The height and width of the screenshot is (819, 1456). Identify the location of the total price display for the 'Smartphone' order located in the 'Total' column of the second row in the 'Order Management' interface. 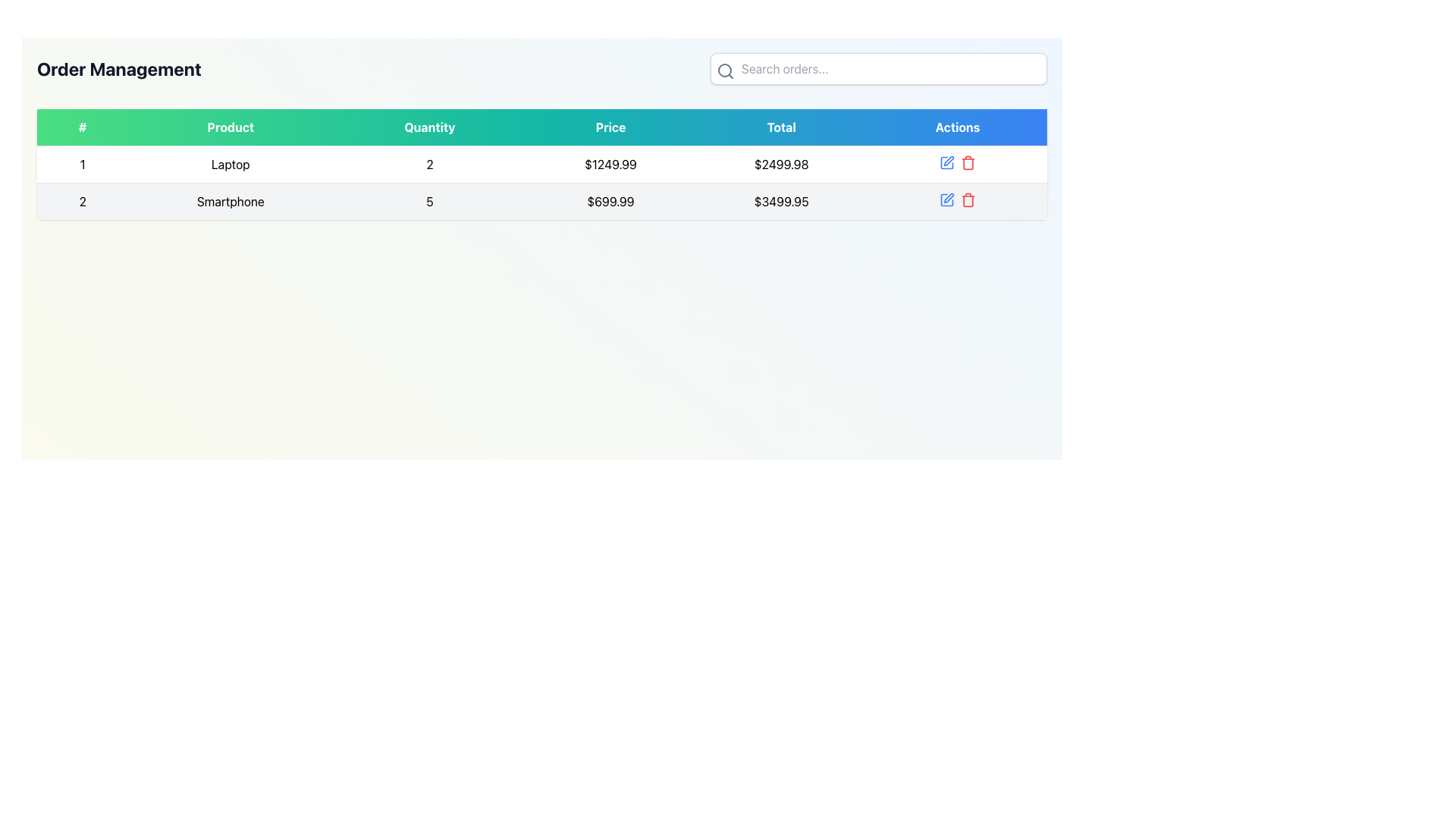
(781, 200).